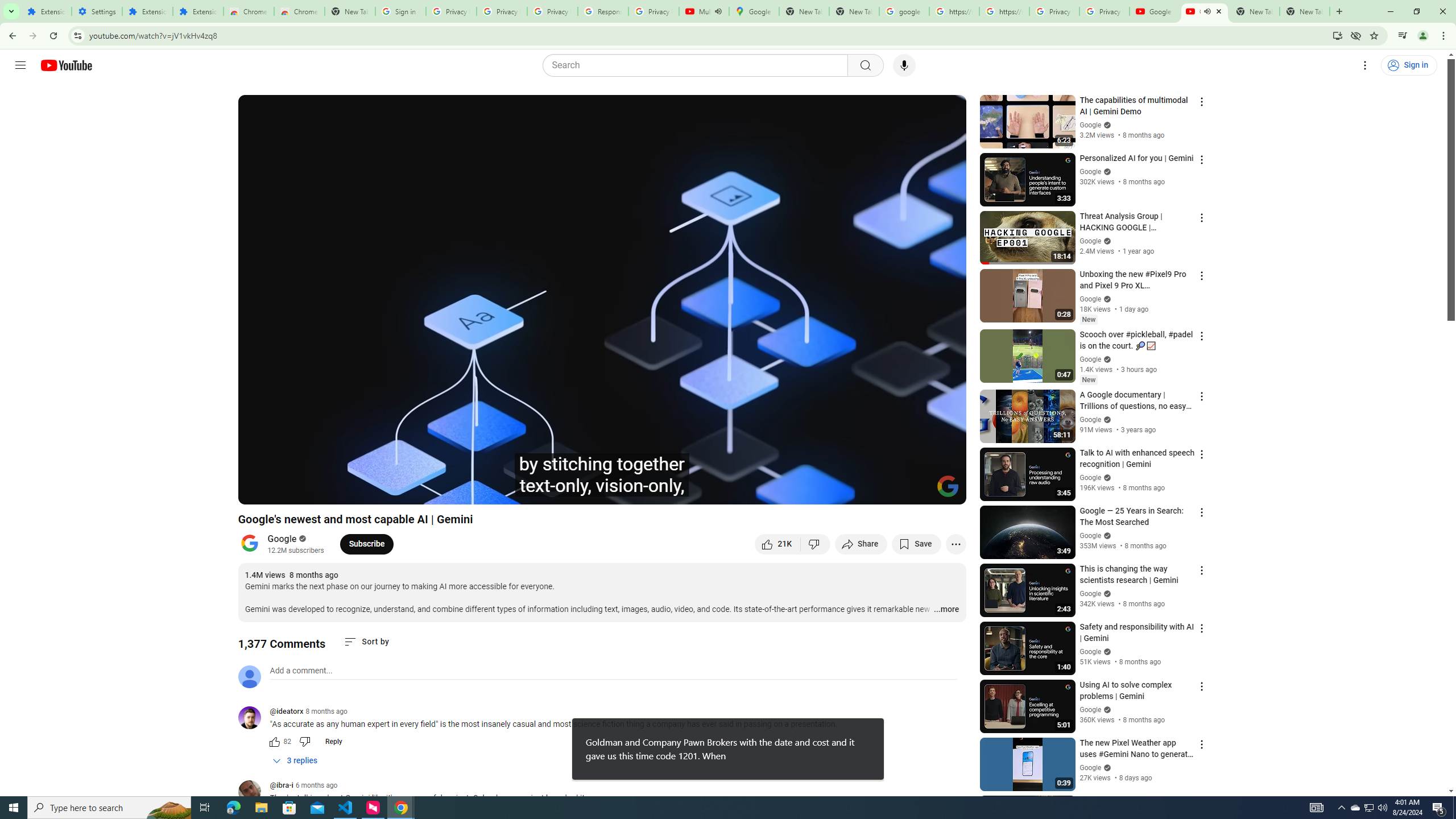 The image size is (1456, 819). Describe the element at coordinates (946, 610) in the screenshot. I see `'...more'` at that location.